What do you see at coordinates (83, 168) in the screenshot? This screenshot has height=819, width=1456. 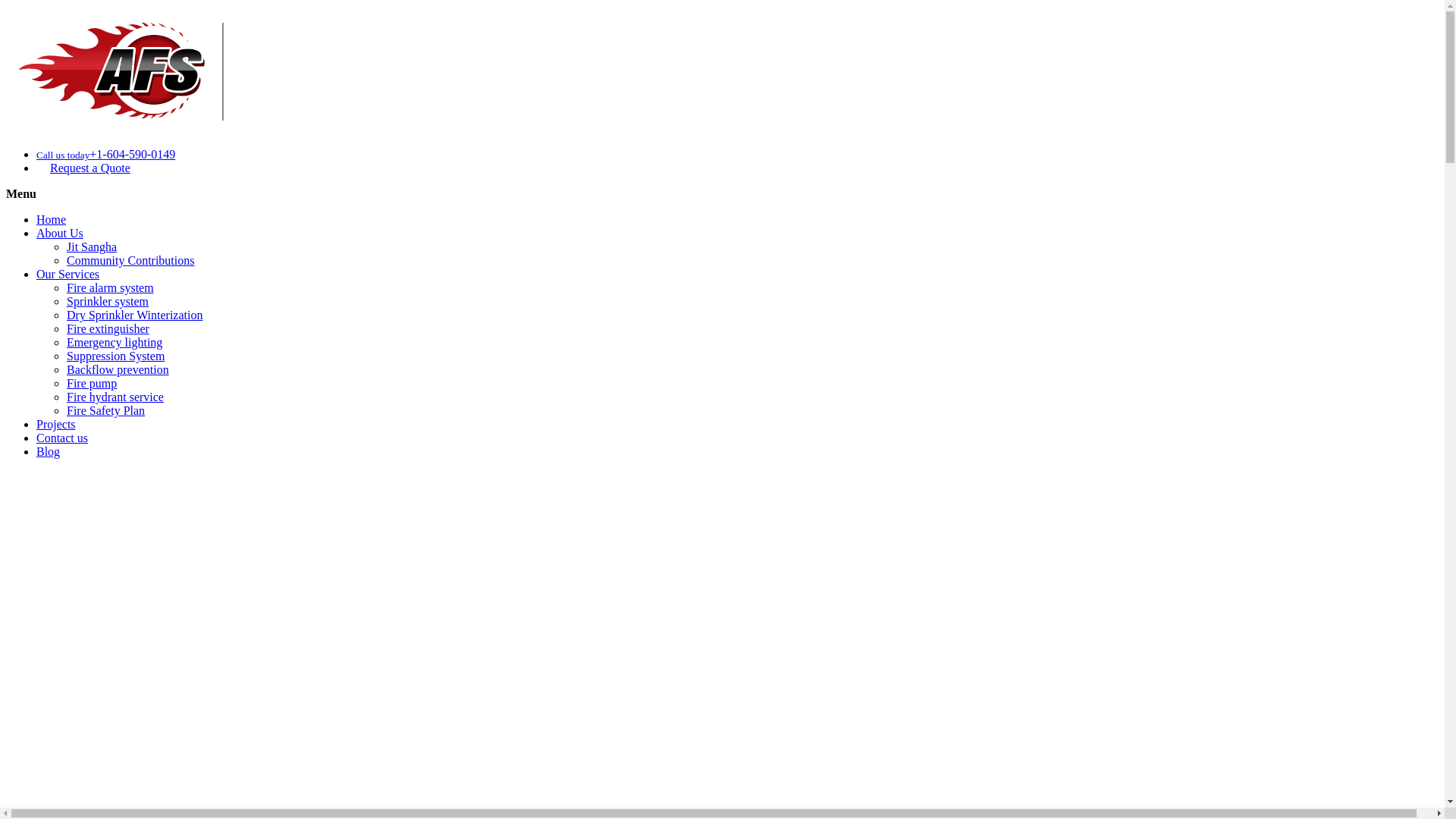 I see `'Request a Quote'` at bounding box center [83, 168].